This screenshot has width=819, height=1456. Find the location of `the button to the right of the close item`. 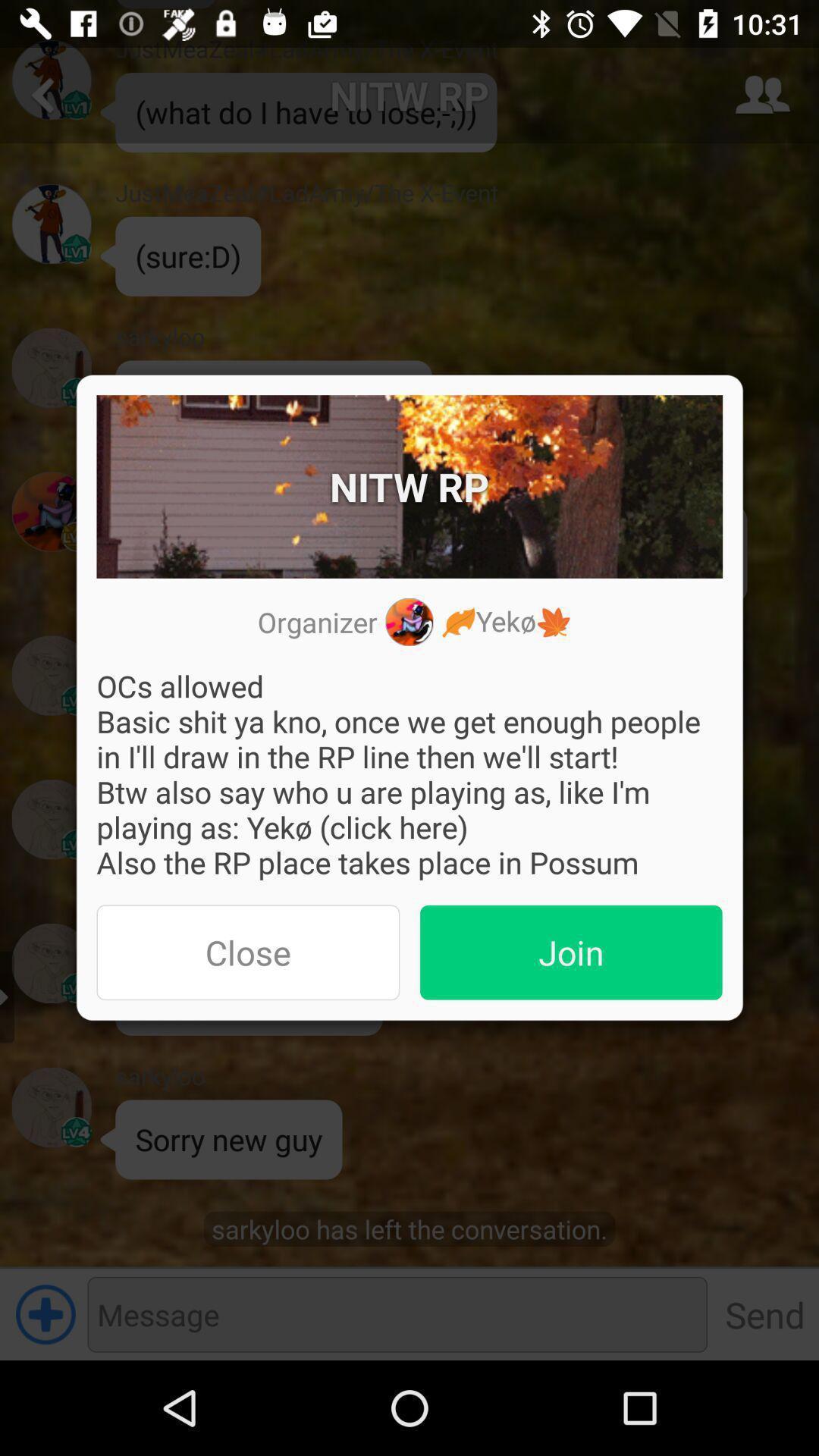

the button to the right of the close item is located at coordinates (571, 952).